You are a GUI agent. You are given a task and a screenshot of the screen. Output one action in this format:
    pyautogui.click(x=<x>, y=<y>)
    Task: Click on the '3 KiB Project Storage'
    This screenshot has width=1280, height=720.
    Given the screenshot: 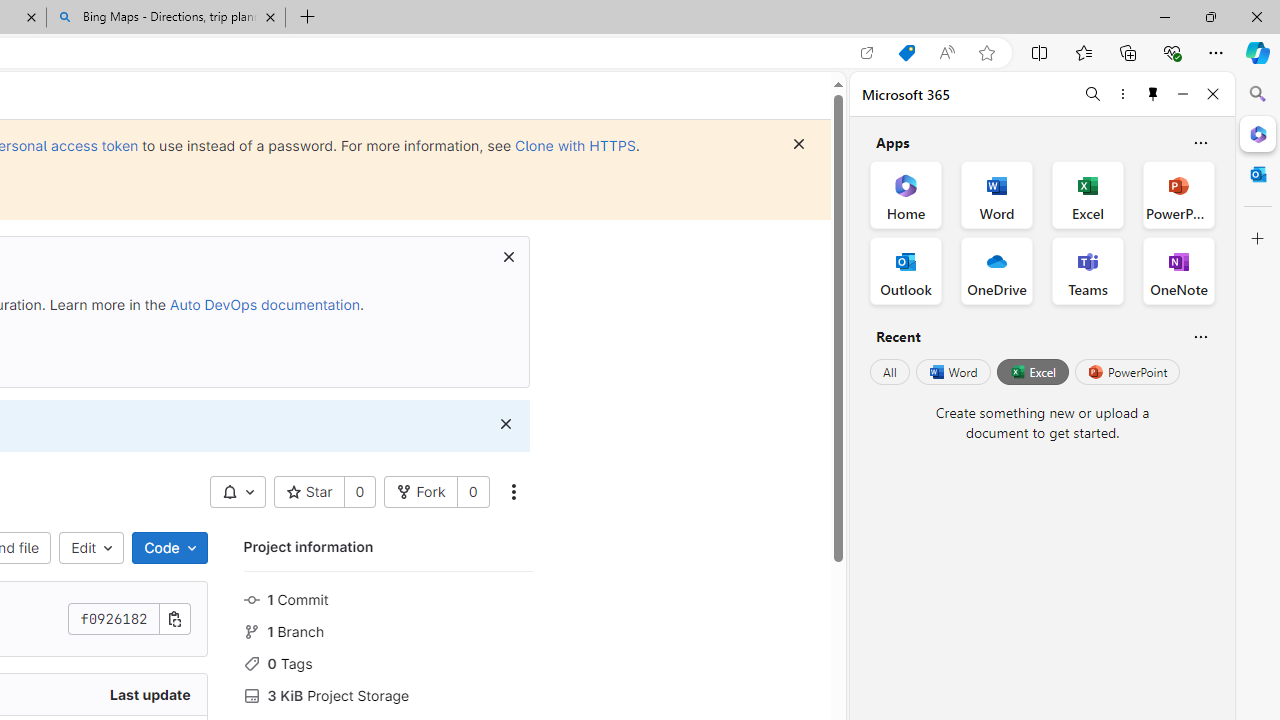 What is the action you would take?
    pyautogui.click(x=387, y=692)
    